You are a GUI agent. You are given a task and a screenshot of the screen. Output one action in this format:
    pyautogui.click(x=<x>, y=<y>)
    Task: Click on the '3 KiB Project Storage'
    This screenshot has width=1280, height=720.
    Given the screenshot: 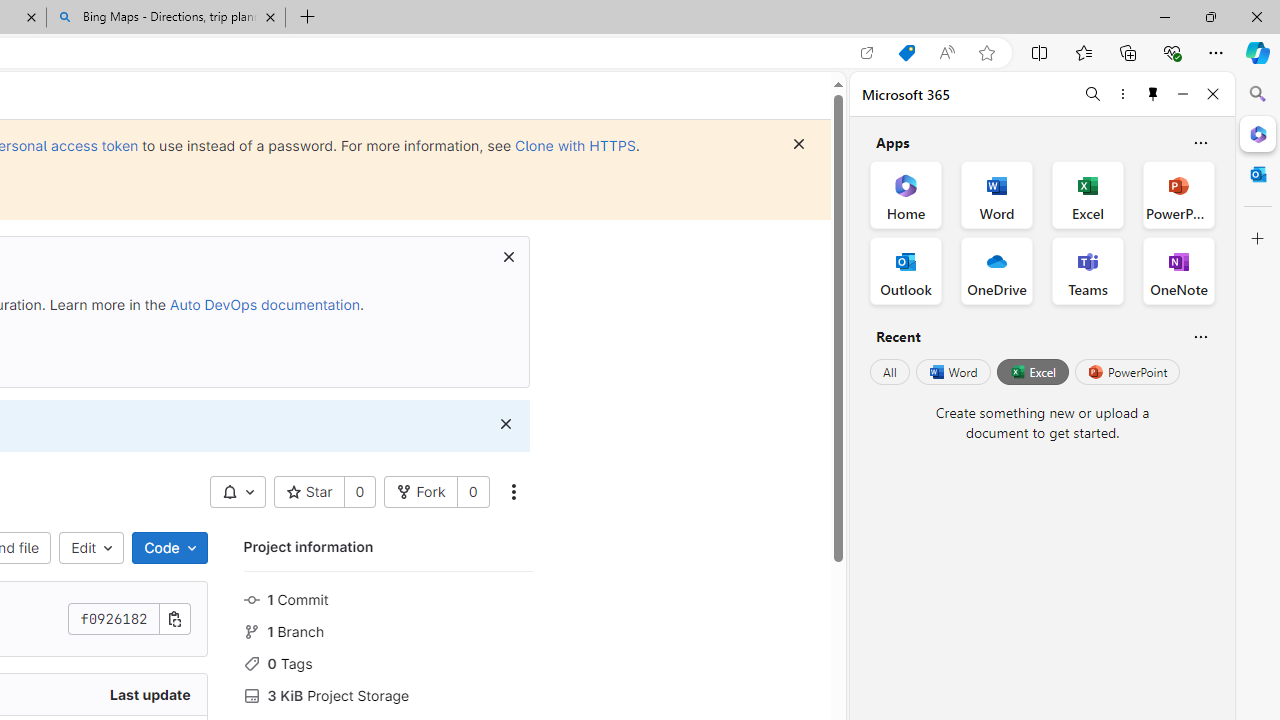 What is the action you would take?
    pyautogui.click(x=387, y=692)
    